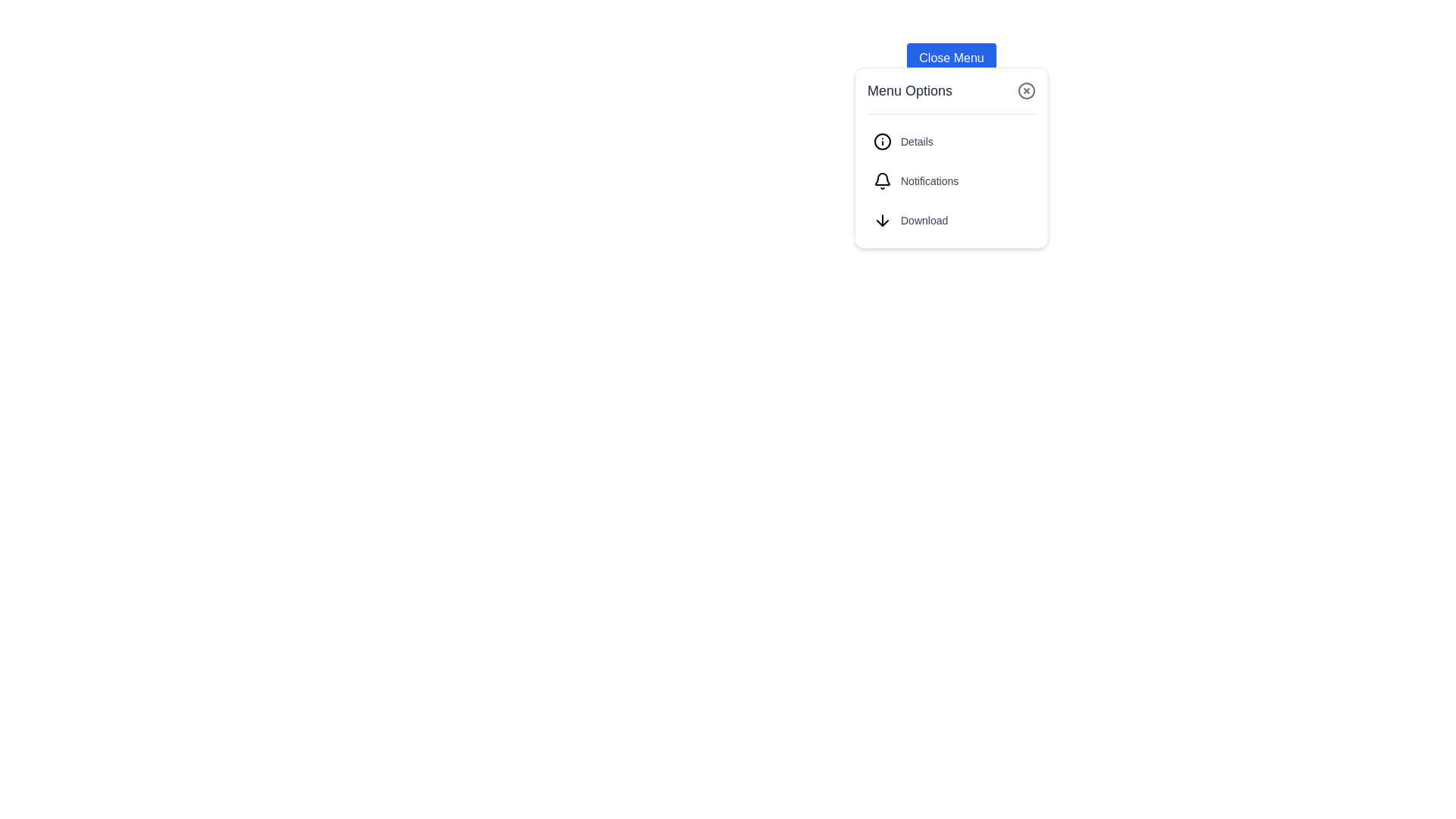 The image size is (1456, 819). I want to click on the notification icon located immediately to the left of the 'Notifications' text label in the second row of the drop-down menu, so click(882, 180).